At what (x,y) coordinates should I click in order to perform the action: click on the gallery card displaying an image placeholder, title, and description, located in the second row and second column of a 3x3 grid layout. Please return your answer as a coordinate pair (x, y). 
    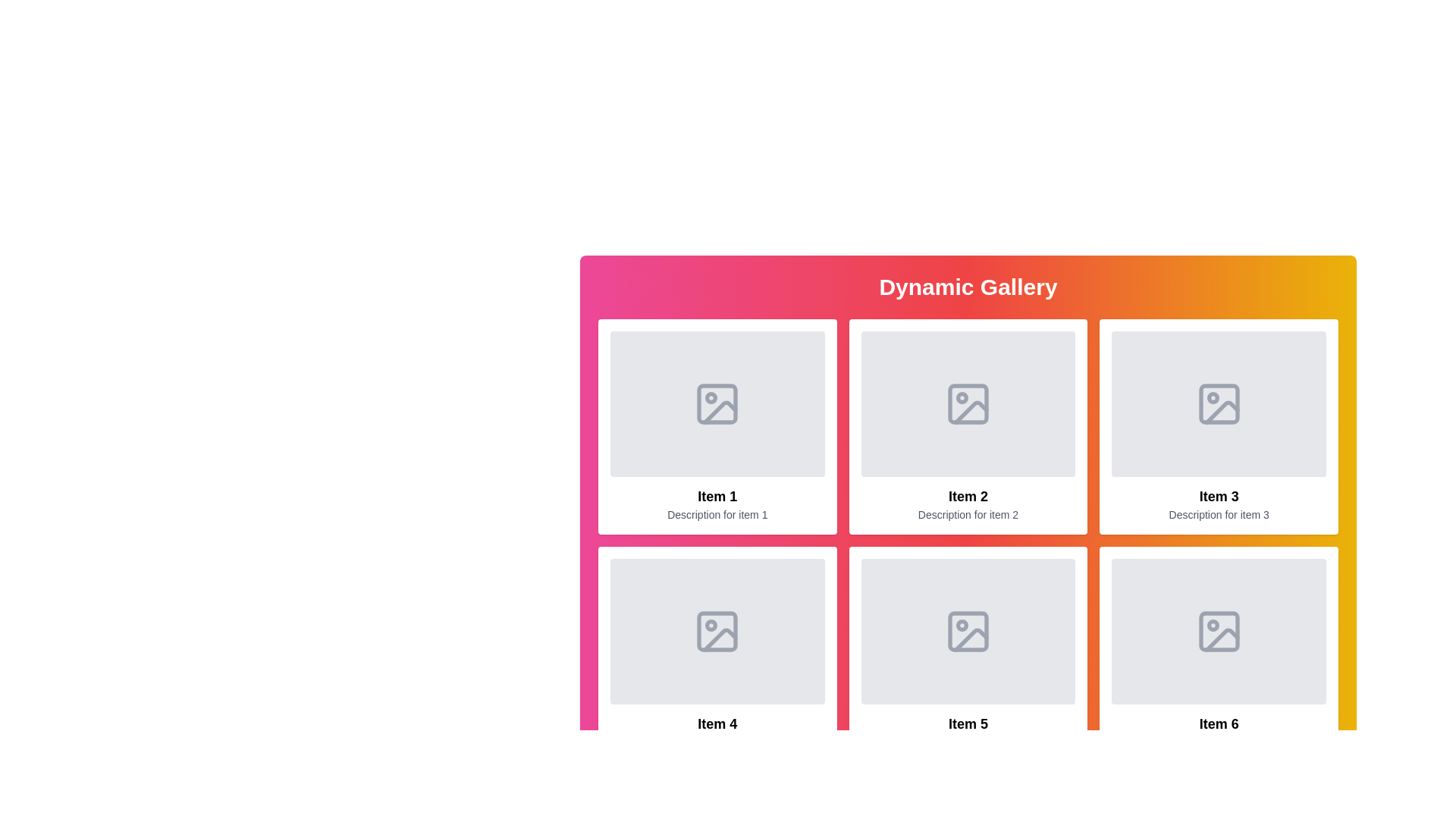
    Looking at the image, I should click on (967, 654).